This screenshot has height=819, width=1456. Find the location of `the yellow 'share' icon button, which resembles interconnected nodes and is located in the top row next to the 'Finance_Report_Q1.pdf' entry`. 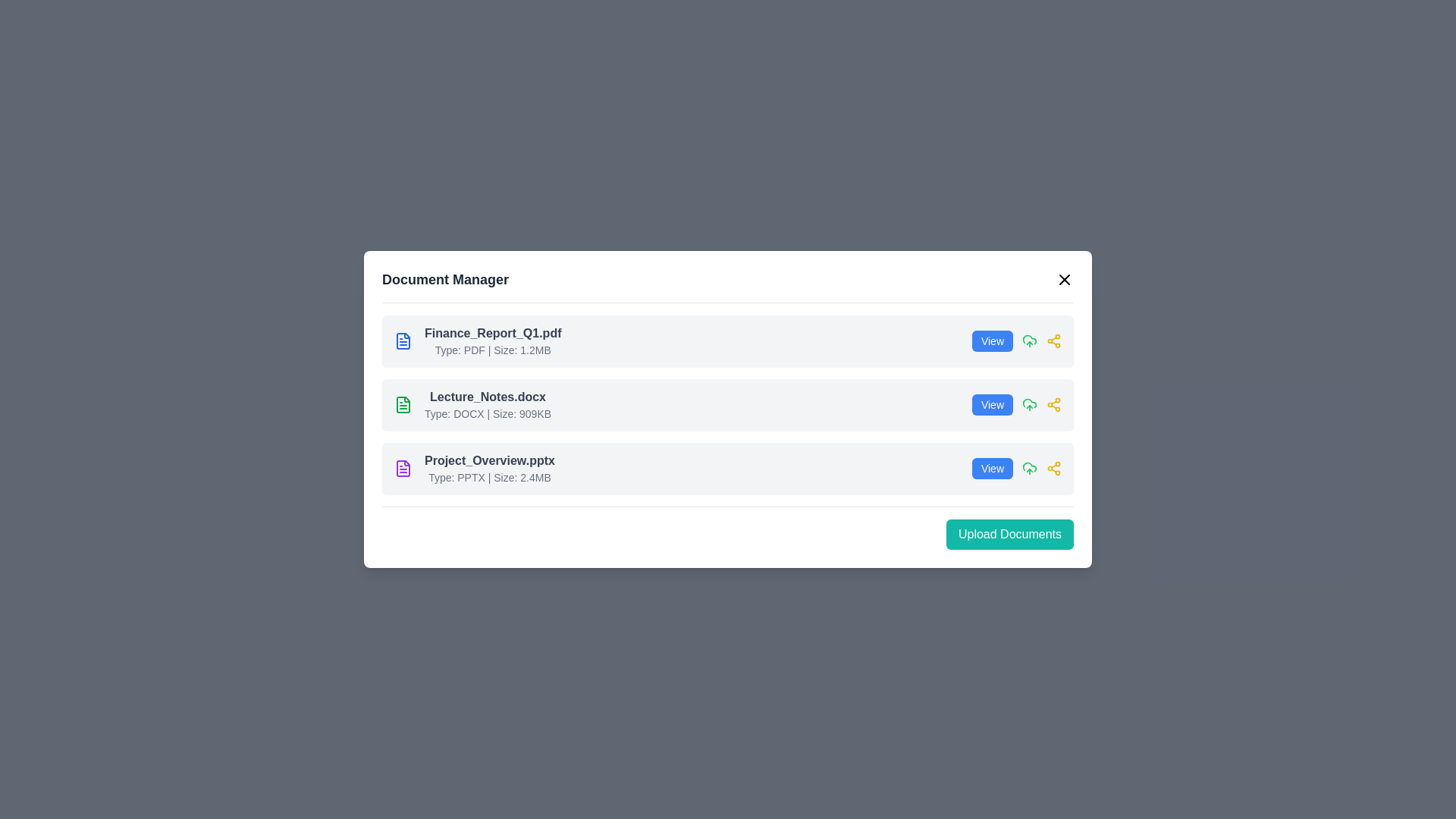

the yellow 'share' icon button, which resembles interconnected nodes and is located in the top row next to the 'Finance_Report_Q1.pdf' entry is located at coordinates (1053, 341).